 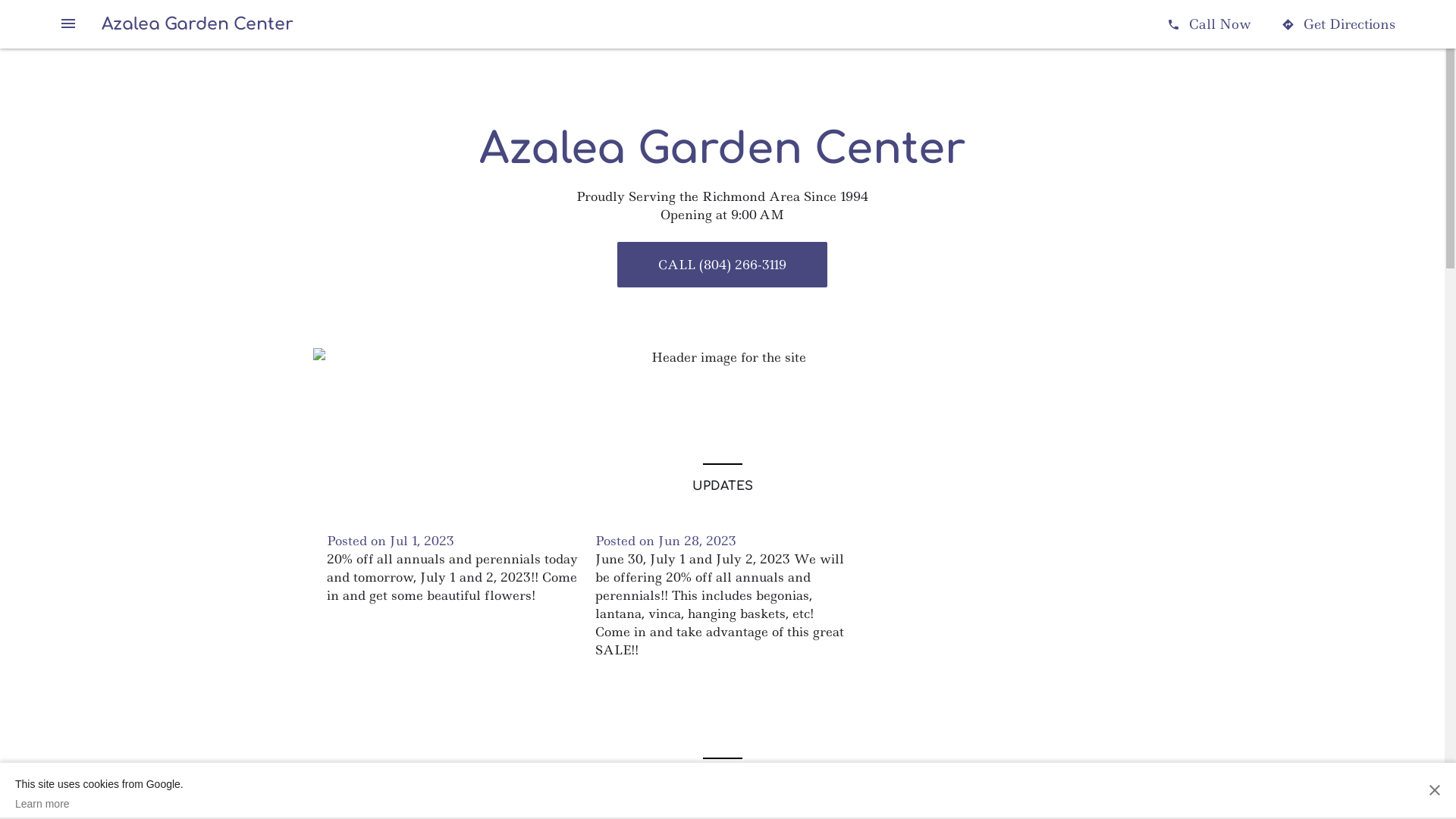 What do you see at coordinates (666, 540) in the screenshot?
I see `'Posted on Jun 28, 2023'` at bounding box center [666, 540].